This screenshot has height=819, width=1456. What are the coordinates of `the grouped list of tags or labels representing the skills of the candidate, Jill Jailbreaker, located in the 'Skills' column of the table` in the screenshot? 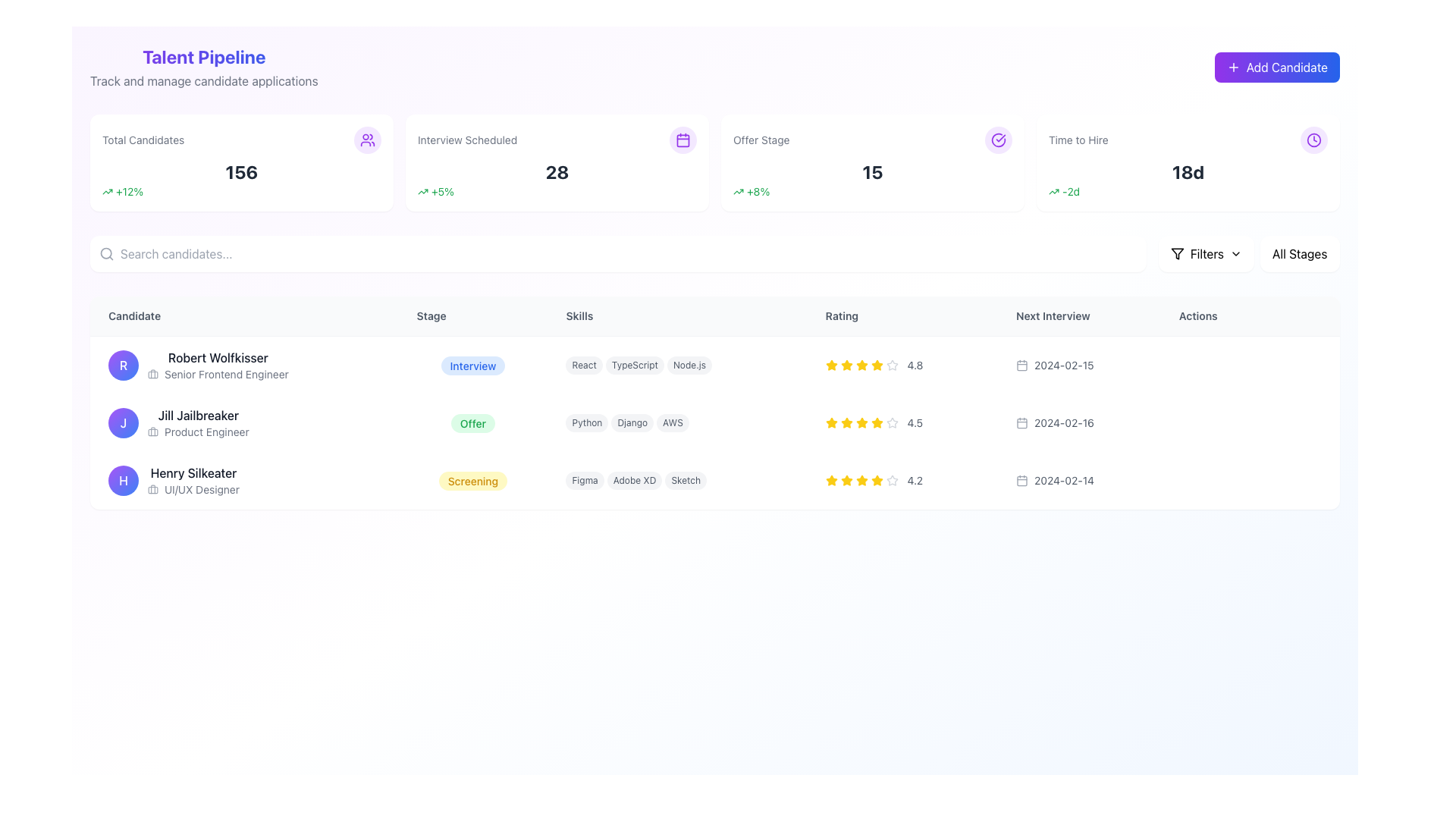 It's located at (676, 423).